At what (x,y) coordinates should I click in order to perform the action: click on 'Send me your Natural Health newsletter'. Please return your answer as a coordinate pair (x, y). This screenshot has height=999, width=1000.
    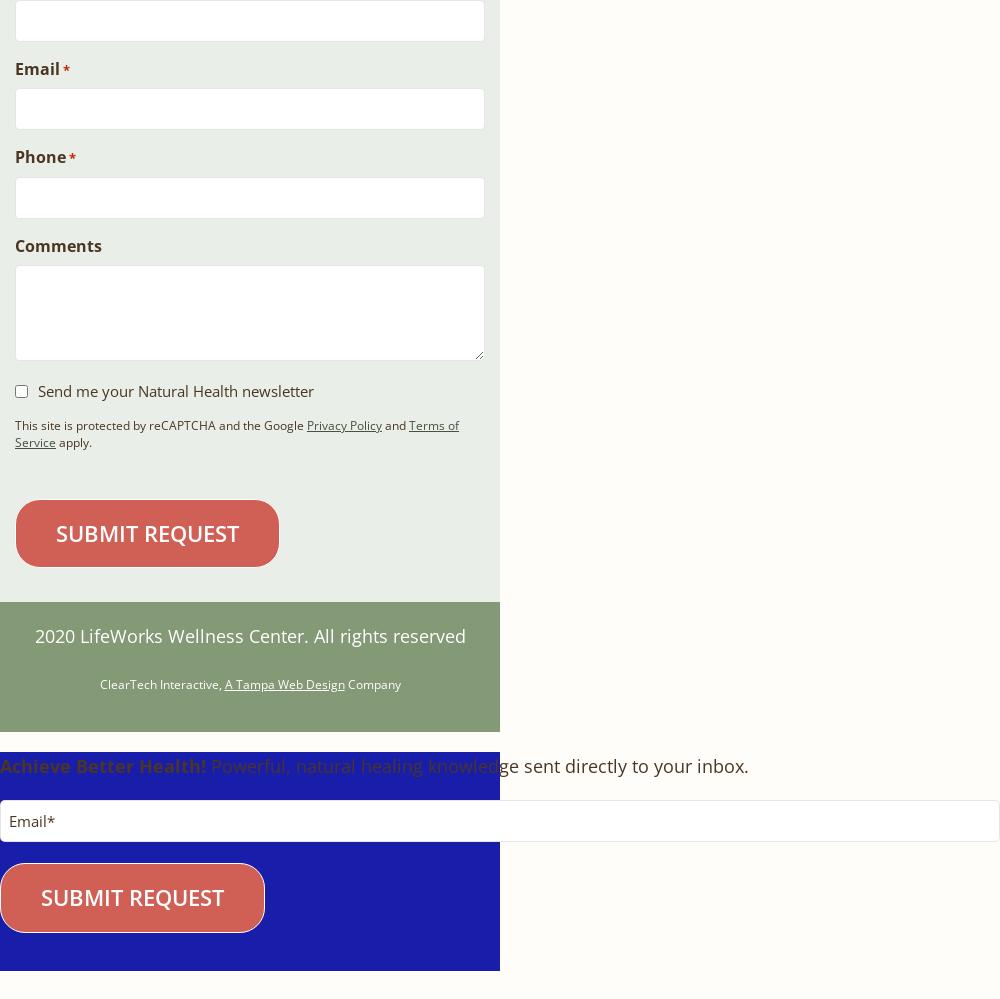
    Looking at the image, I should click on (38, 389).